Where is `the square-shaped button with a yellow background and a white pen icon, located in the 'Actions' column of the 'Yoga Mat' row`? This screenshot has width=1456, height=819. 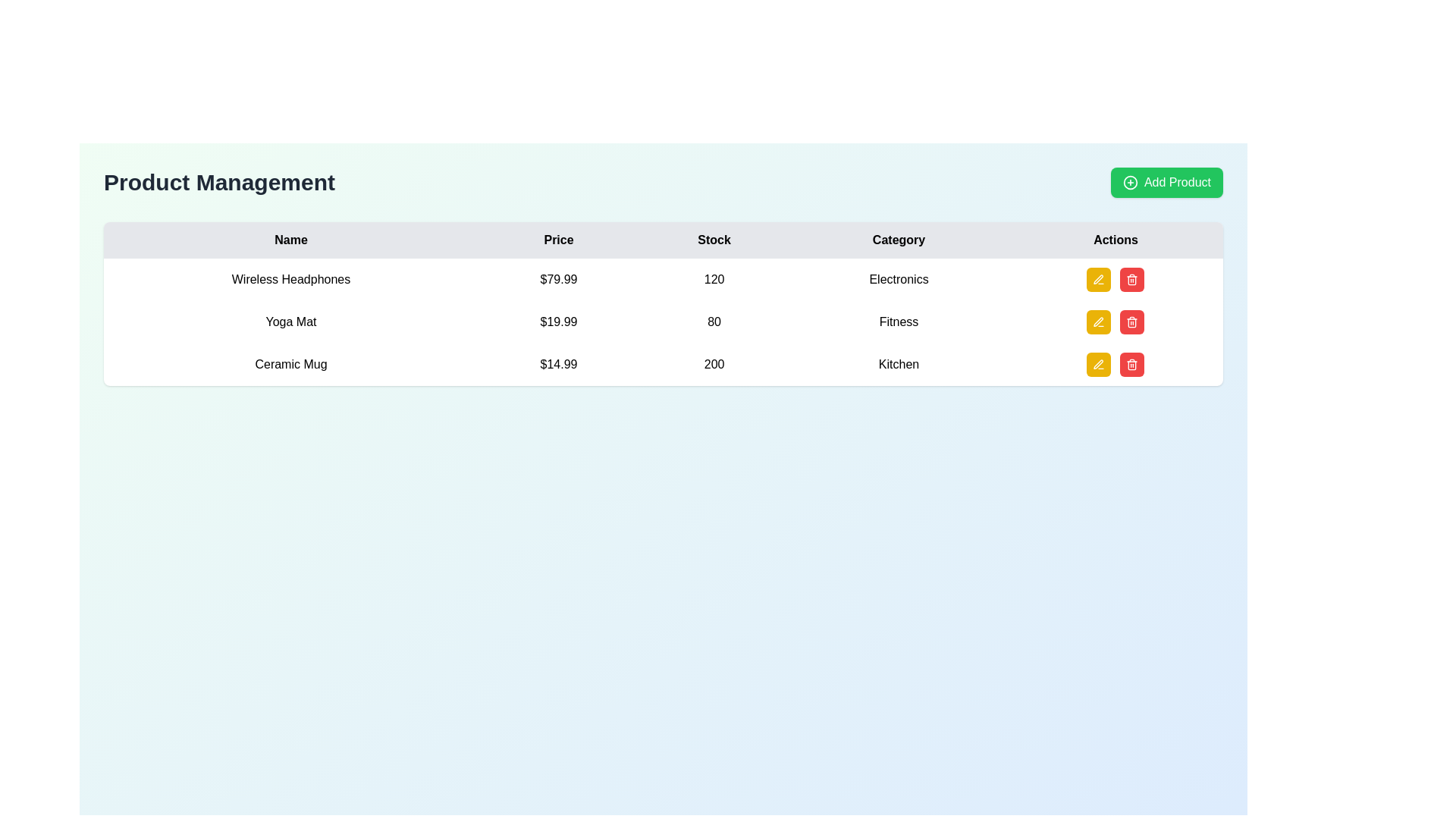 the square-shaped button with a yellow background and a white pen icon, located in the 'Actions' column of the 'Yoga Mat' row is located at coordinates (1099, 321).